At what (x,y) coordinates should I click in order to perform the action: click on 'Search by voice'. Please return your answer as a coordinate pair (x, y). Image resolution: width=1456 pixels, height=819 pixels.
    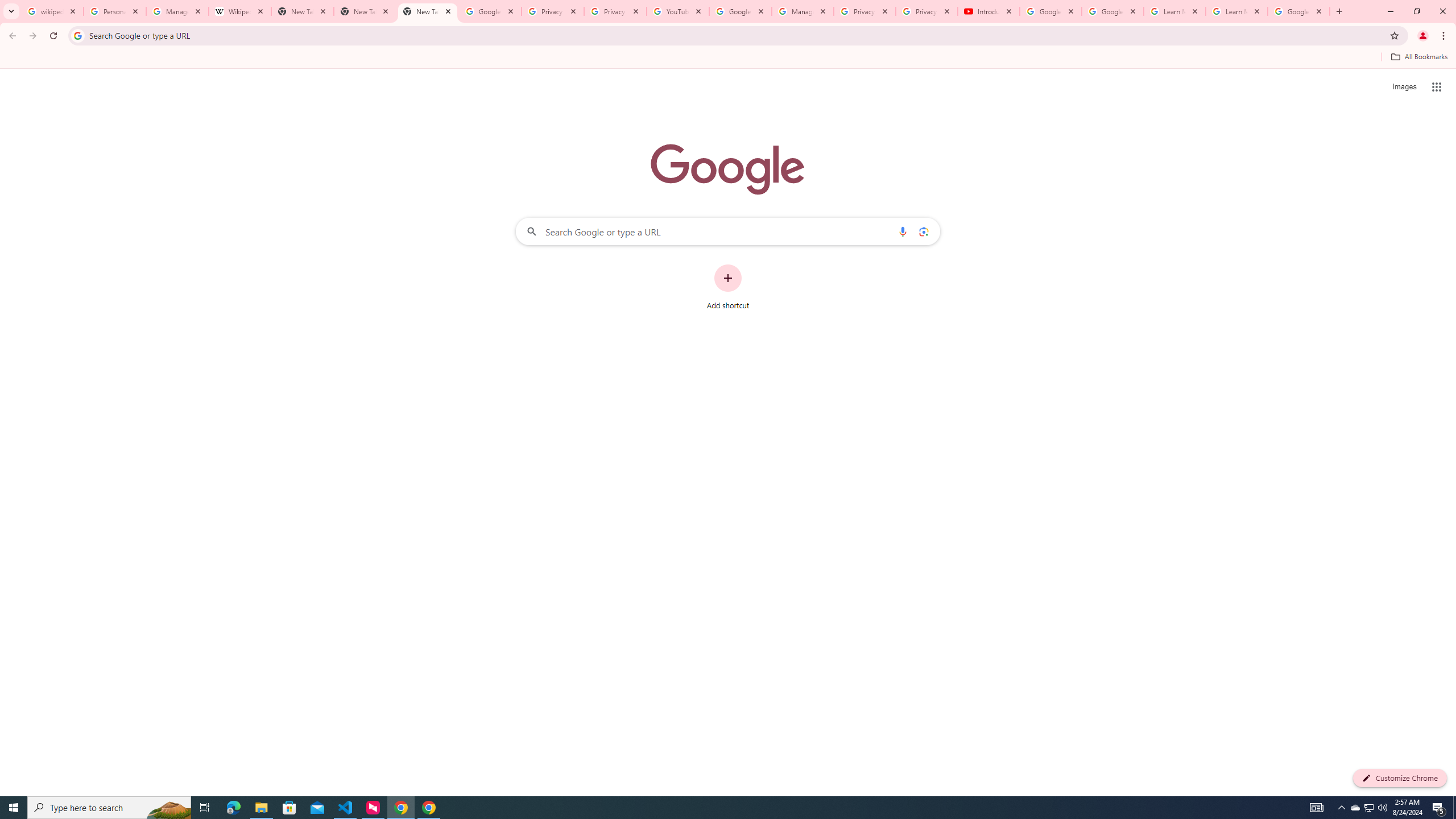
    Looking at the image, I should click on (902, 230).